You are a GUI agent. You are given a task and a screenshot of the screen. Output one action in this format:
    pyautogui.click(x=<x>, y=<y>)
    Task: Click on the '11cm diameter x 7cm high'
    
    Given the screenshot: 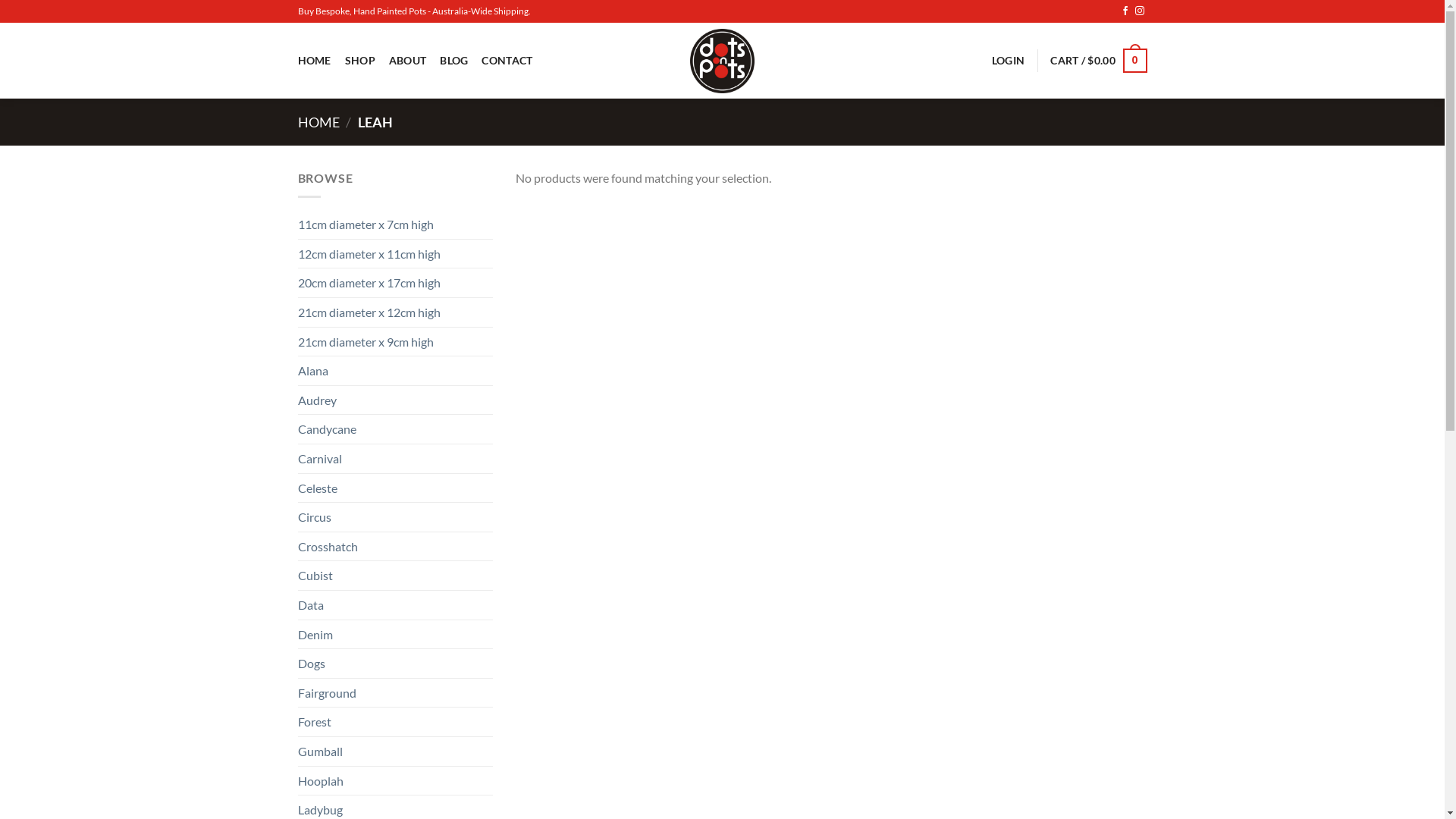 What is the action you would take?
    pyautogui.click(x=395, y=224)
    